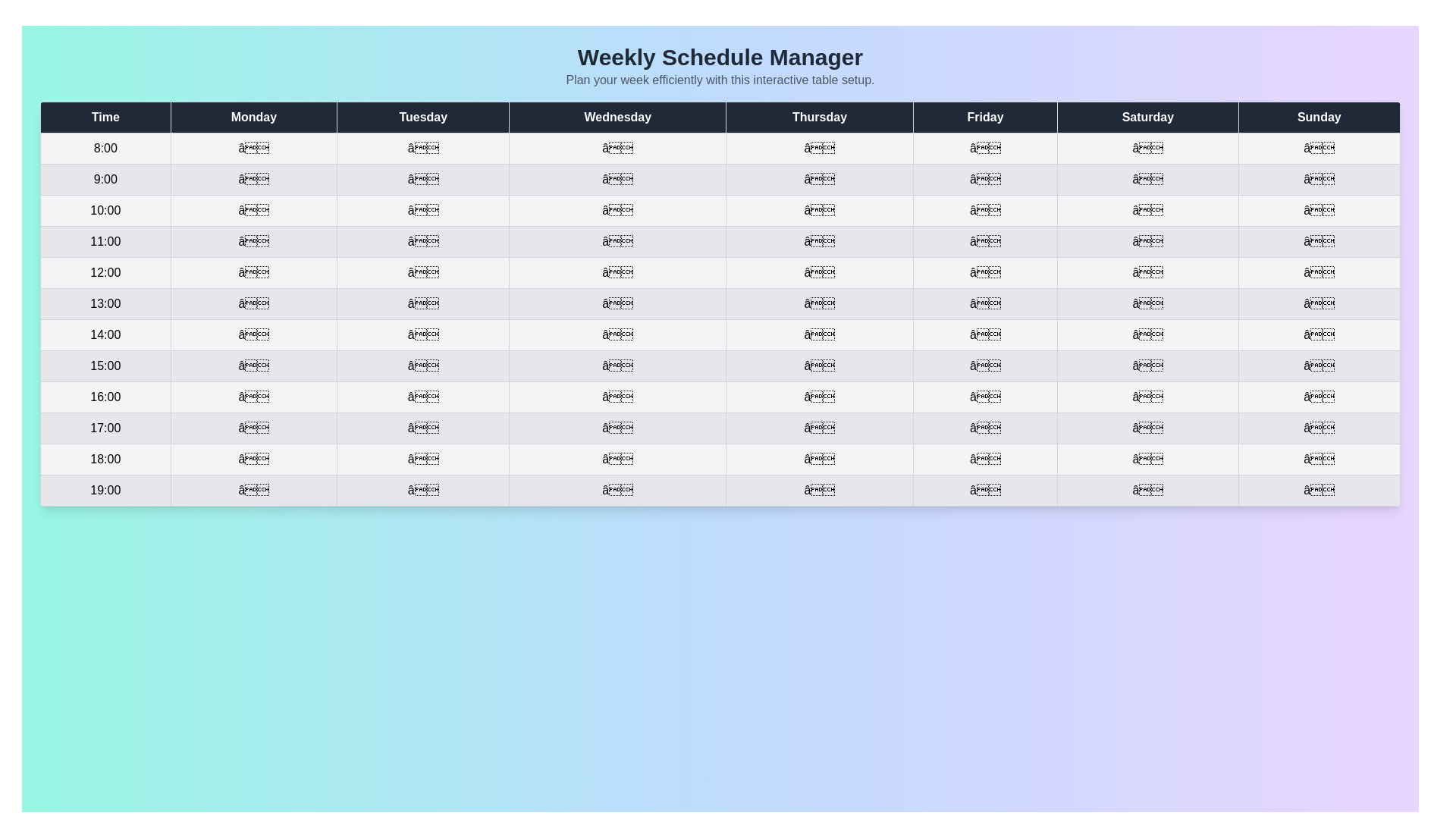 This screenshot has height=819, width=1456. Describe the element at coordinates (422, 116) in the screenshot. I see `the header cell labeled Tuesday to sort by that column` at that location.